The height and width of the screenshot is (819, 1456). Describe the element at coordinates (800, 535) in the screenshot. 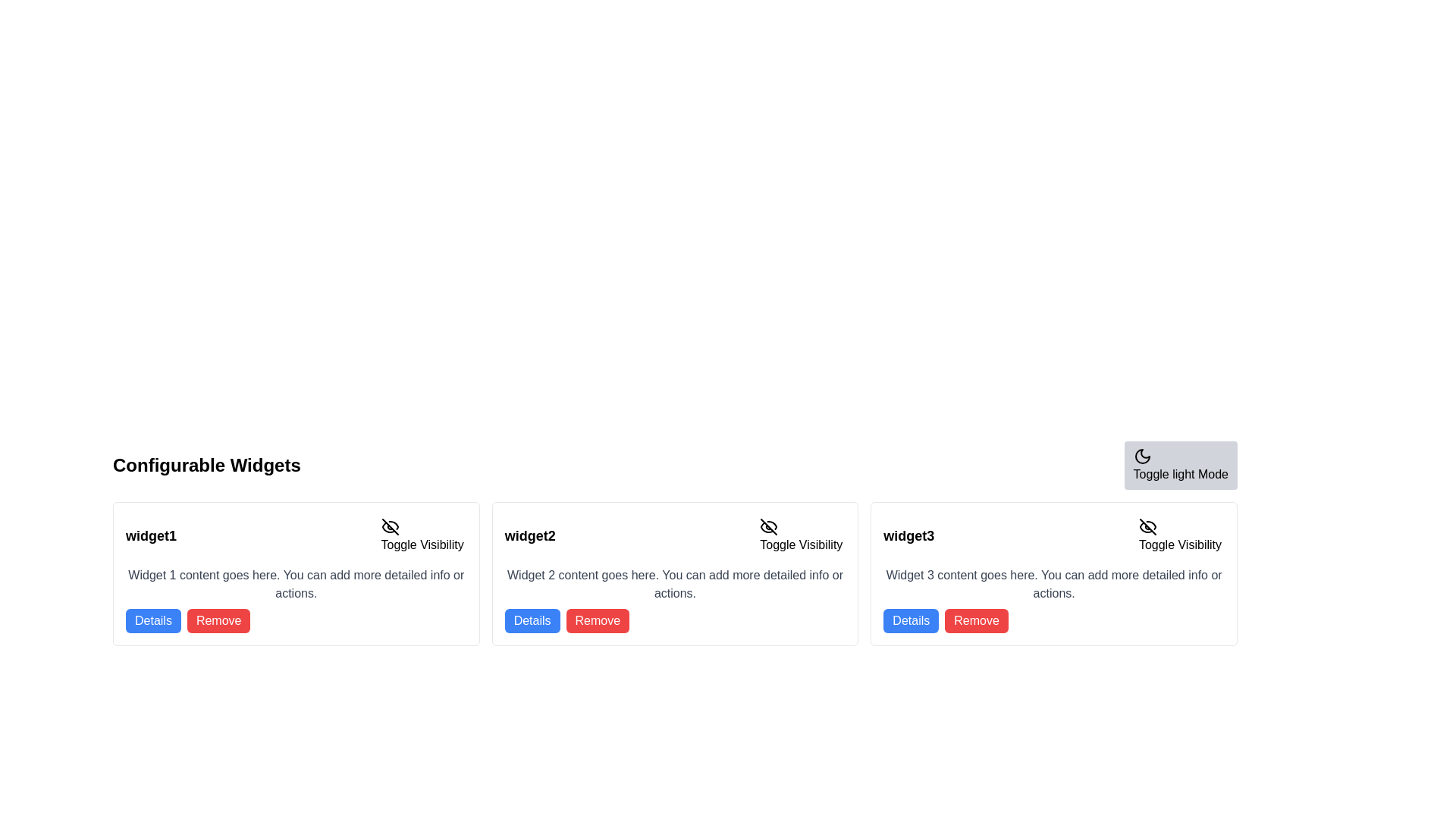

I see `the second 'Toggle Visibility' button located in the top-right section of the 'widget2' area` at that location.